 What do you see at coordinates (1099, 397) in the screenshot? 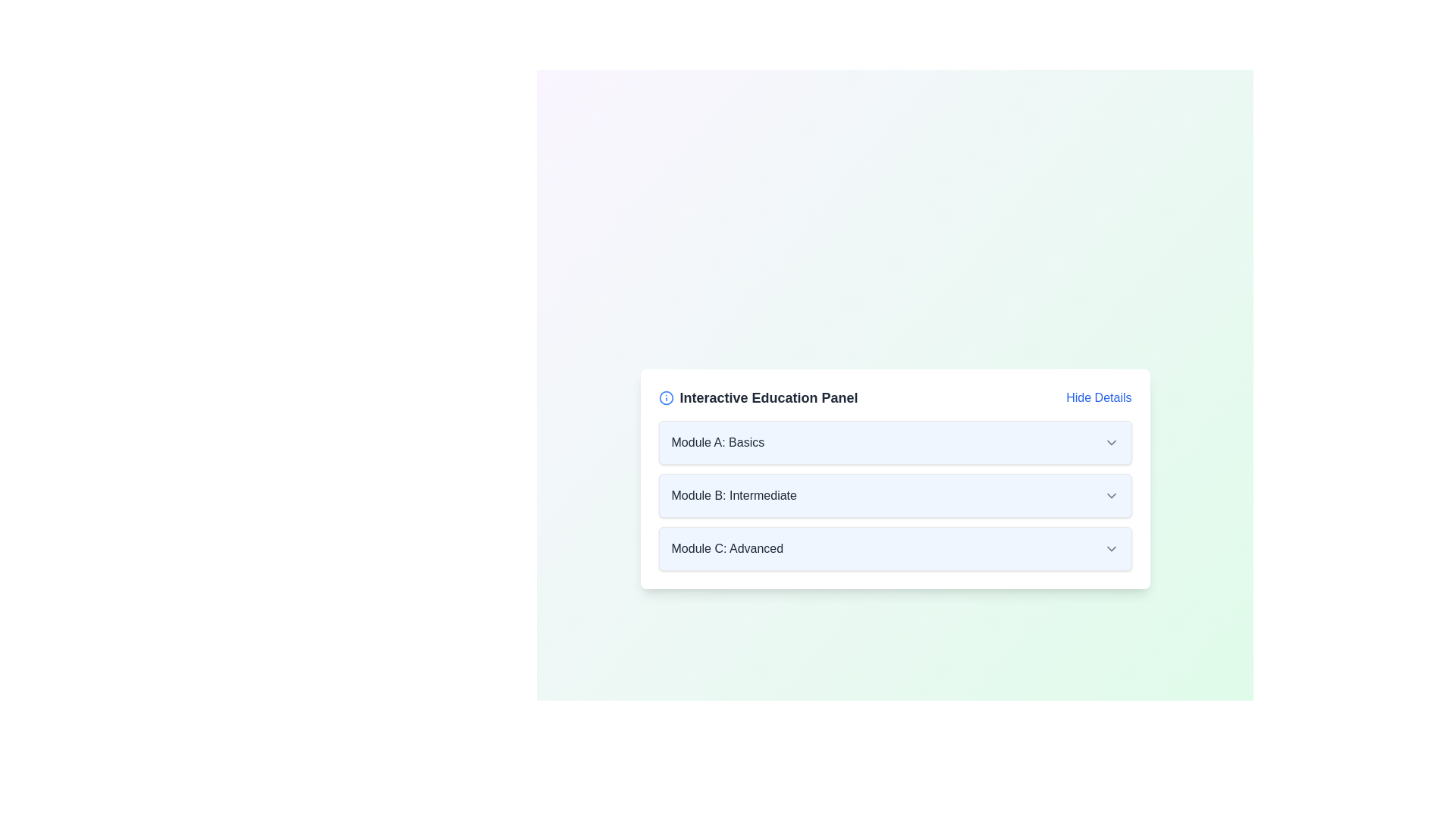
I see `the 'Hide Details' link, which is a medium-weight blue text label located at the top-right corner of the 'Interactive Education Panel'` at bounding box center [1099, 397].